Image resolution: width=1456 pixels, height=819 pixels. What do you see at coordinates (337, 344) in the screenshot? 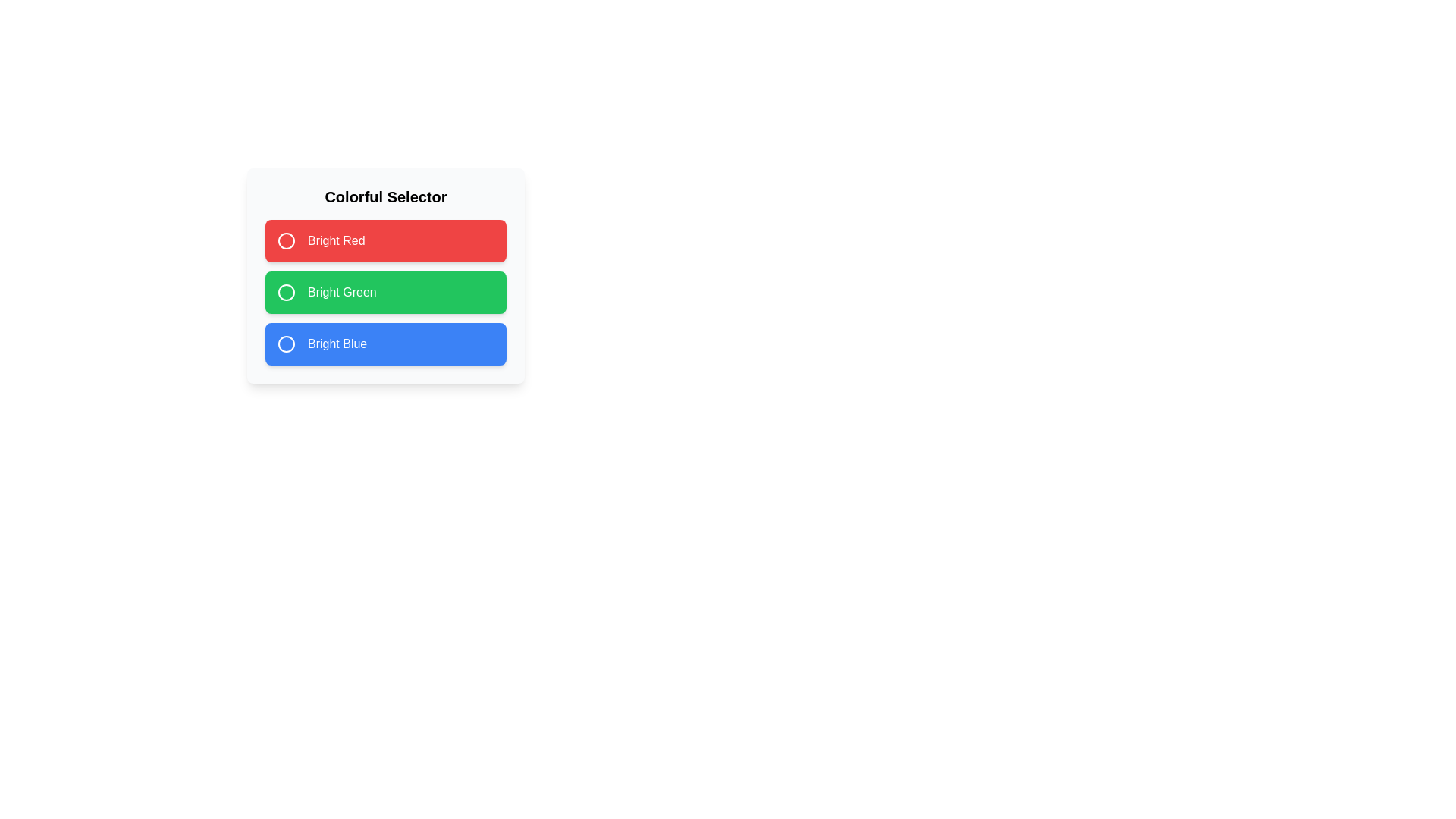
I see `text label 'Bright Blue' which is the third selectable option in a vertical group of colorful selectors, styled with a blue background and a white circular icon` at bounding box center [337, 344].